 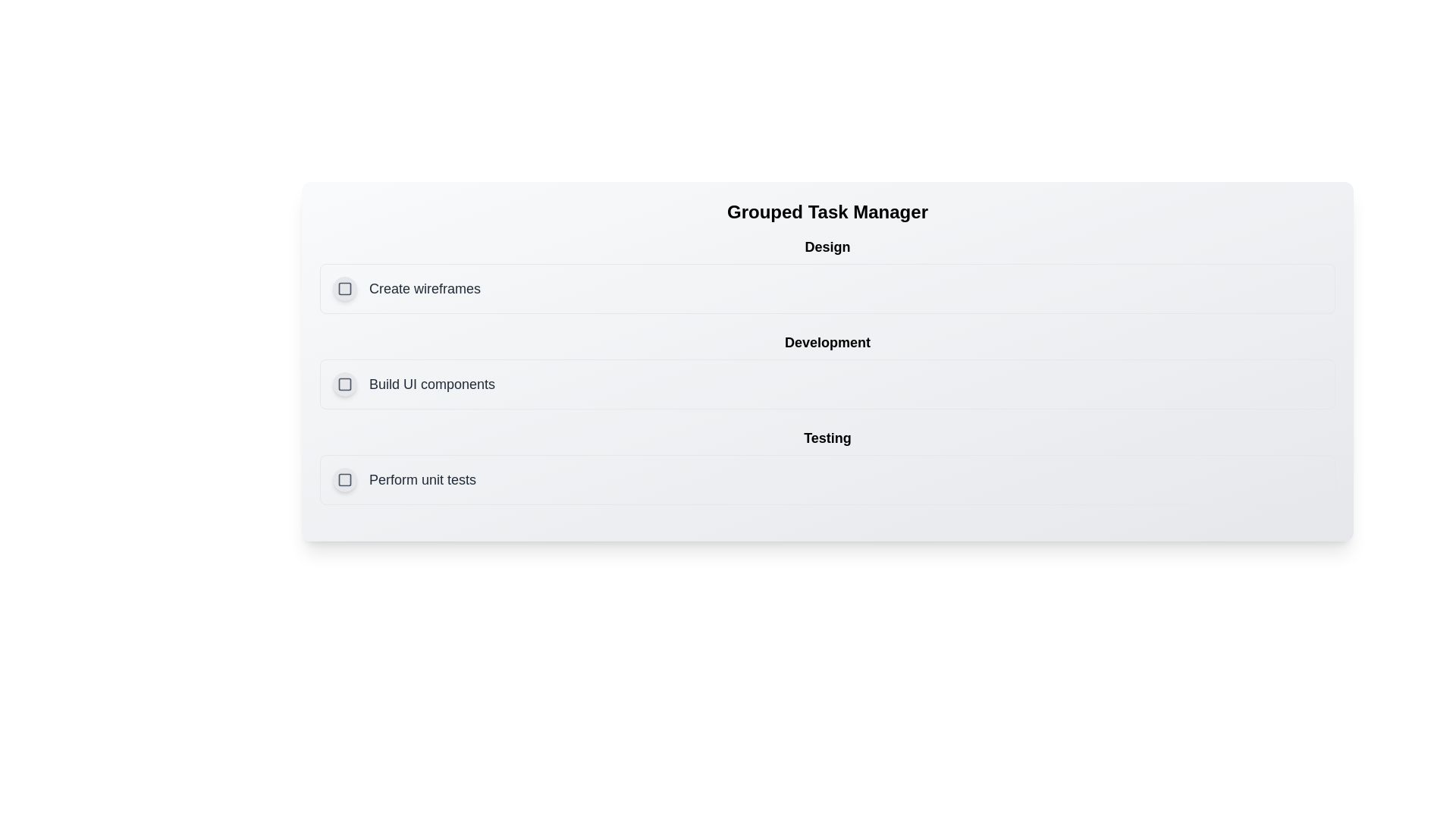 What do you see at coordinates (827, 438) in the screenshot?
I see `text from the Header or Title Text element displaying 'Testing', which is styled in bold and larger font, located centrally above the explanatory text for the 'Perform unit tests' task` at bounding box center [827, 438].